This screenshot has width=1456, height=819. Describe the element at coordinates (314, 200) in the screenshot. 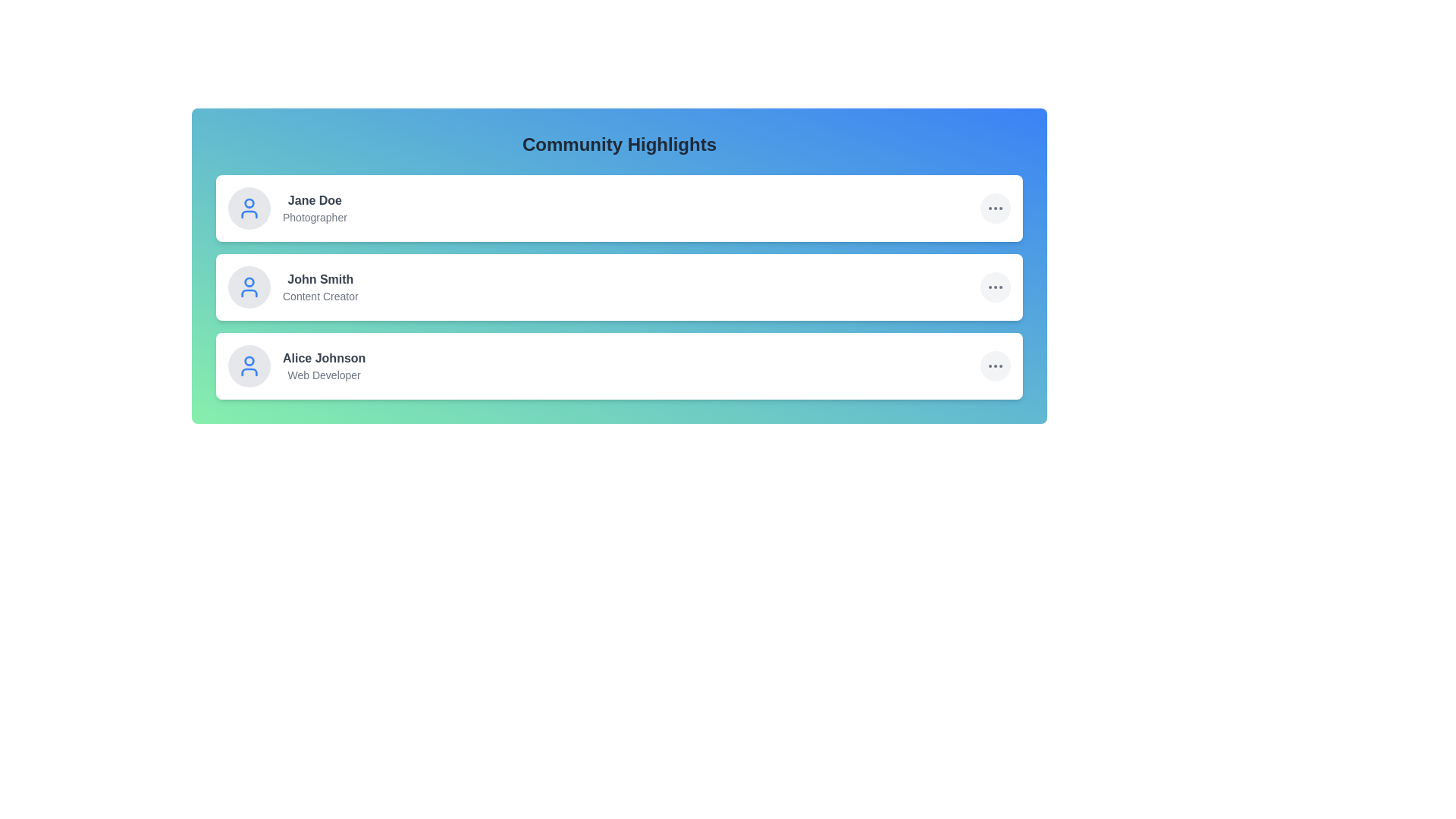

I see `text displayed in the Label that shows 'Jane Doe', which is bold and dark gray on a light background, positioned at the top-left corner of the first user profile item` at that location.